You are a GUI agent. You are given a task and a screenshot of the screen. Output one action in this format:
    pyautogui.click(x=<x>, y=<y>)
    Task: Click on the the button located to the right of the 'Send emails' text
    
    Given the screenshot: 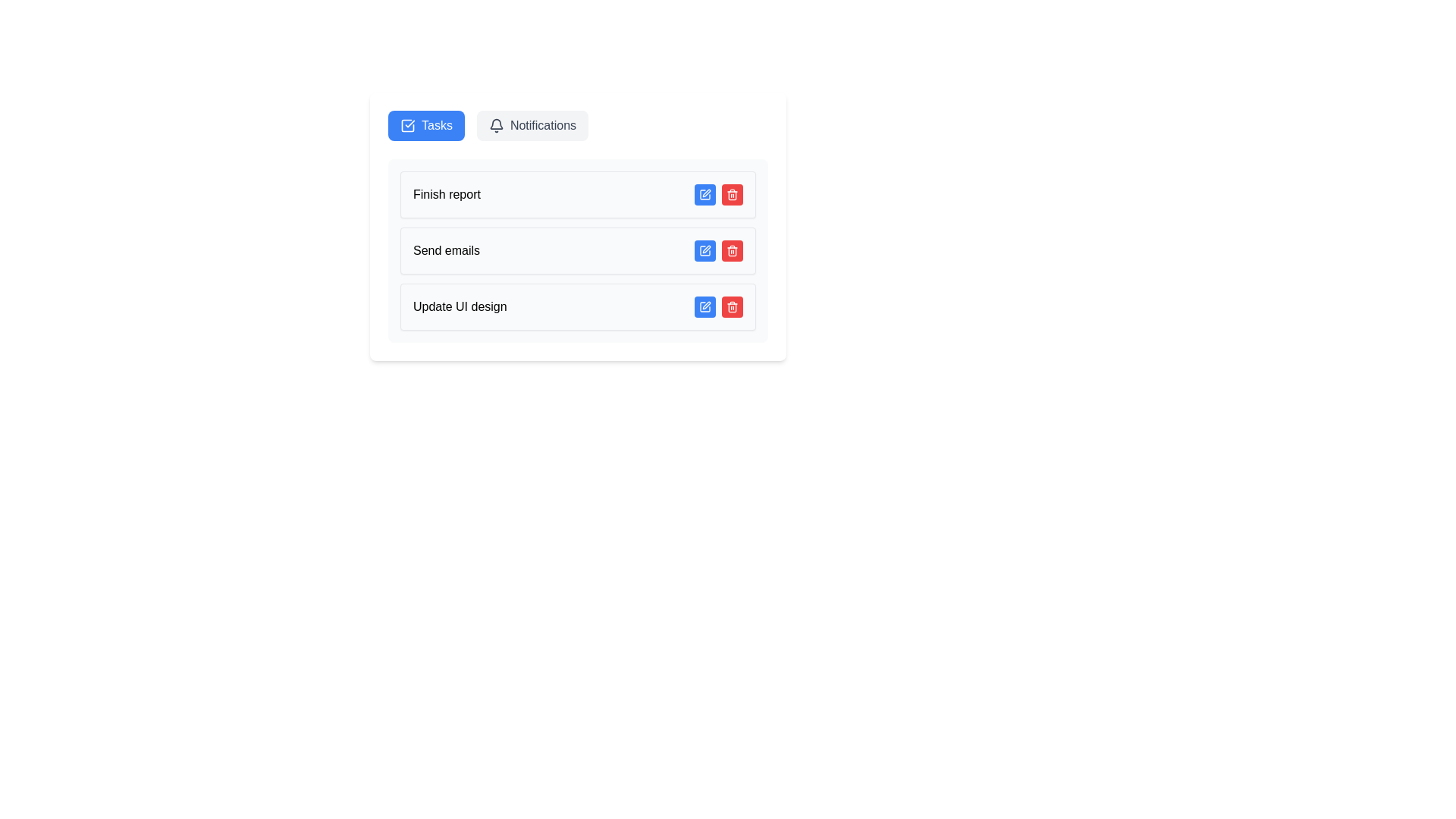 What is the action you would take?
    pyautogui.click(x=704, y=250)
    